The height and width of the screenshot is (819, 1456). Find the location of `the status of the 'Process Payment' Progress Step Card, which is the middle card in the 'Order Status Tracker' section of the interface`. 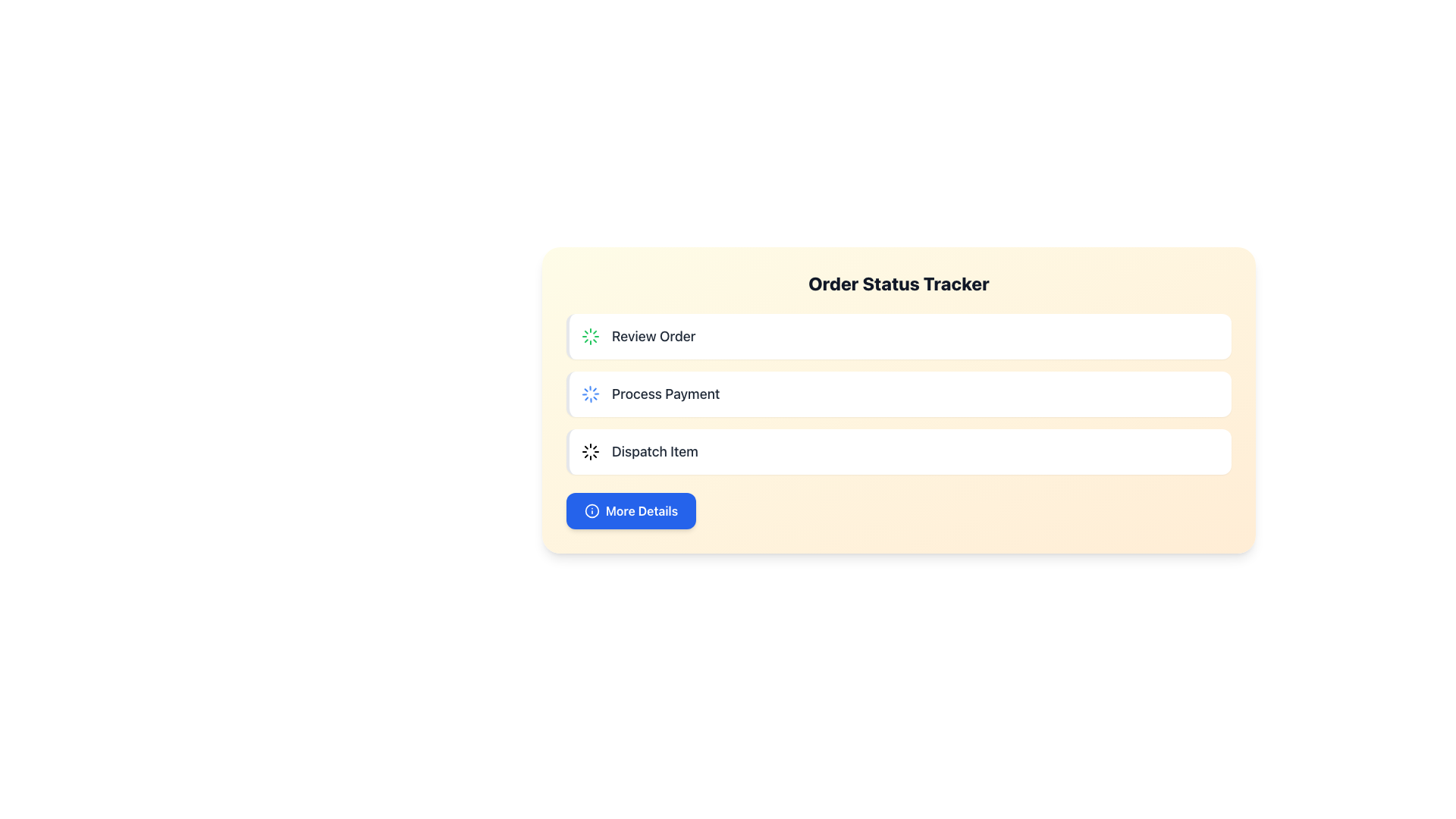

the status of the 'Process Payment' Progress Step Card, which is the middle card in the 'Order Status Tracker' section of the interface is located at coordinates (899, 394).